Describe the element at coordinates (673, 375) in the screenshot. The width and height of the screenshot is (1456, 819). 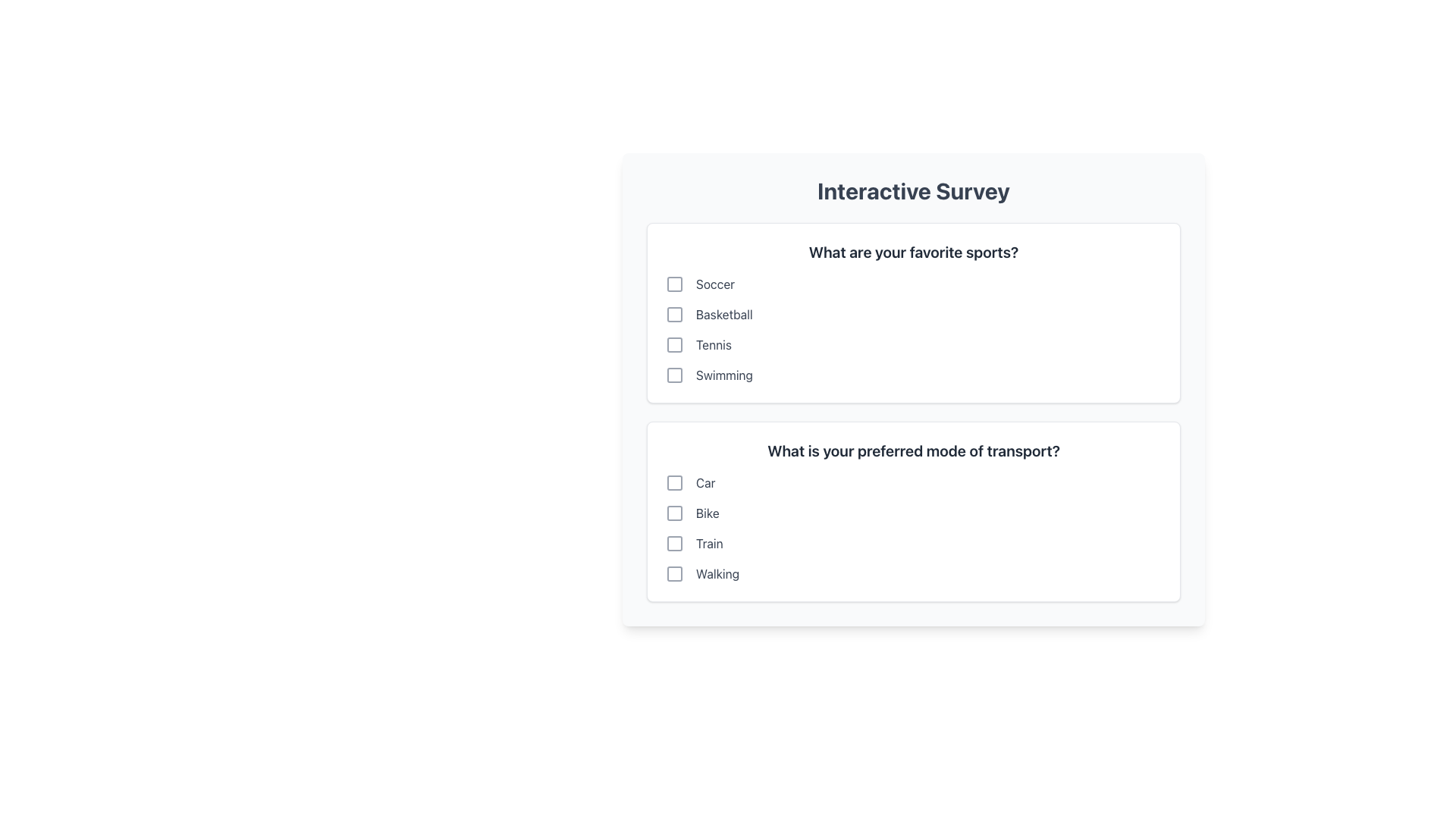
I see `the fourth checkbox in the list under the header 'What are your favorite sports?'` at that location.